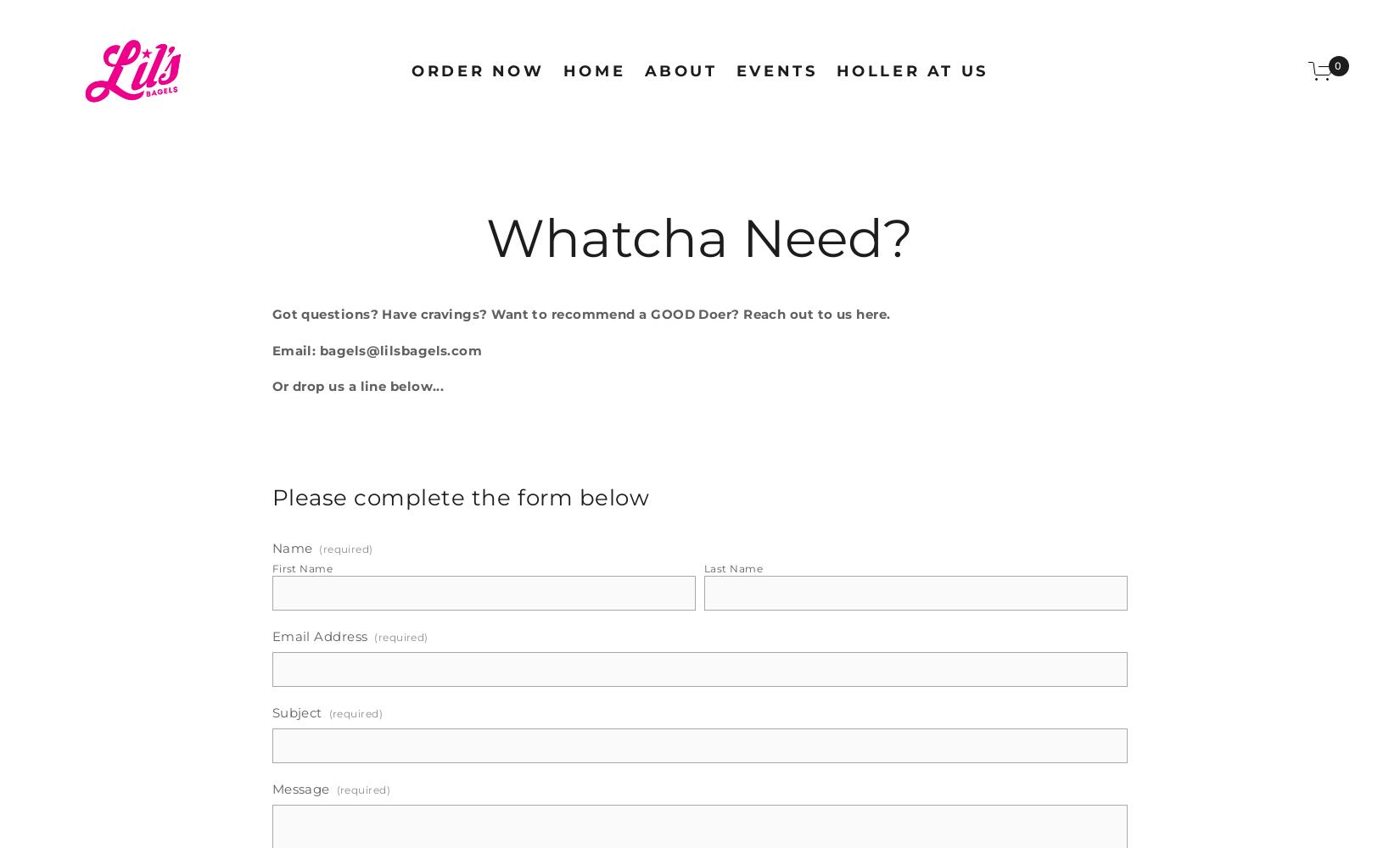  I want to click on 'Last Name', so click(732, 568).